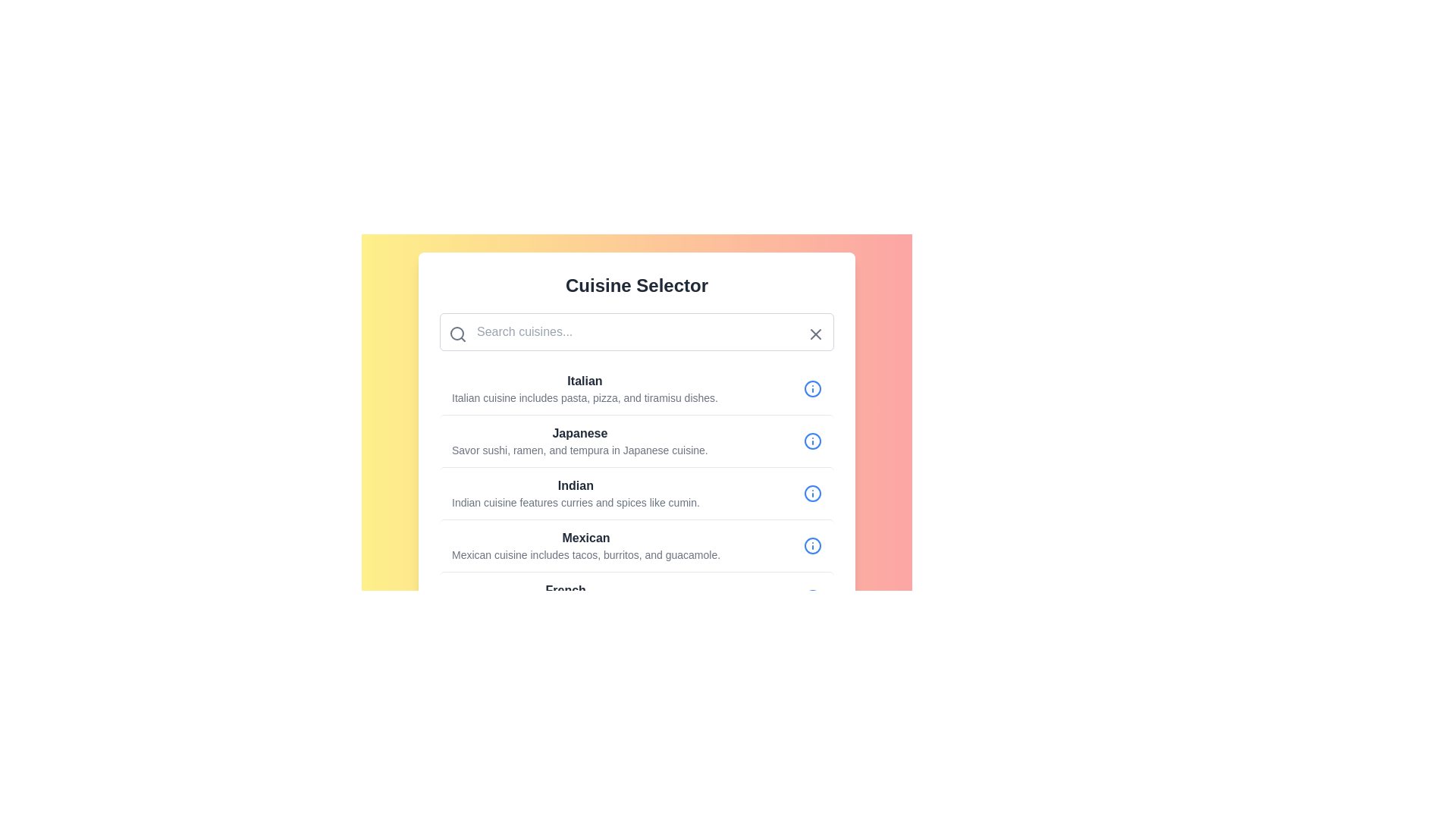 This screenshot has width=1456, height=819. What do you see at coordinates (579, 433) in the screenshot?
I see `the static text element representing the 'Japanese' cuisine category, which is positioned at the top of a list of cuisine options` at bounding box center [579, 433].